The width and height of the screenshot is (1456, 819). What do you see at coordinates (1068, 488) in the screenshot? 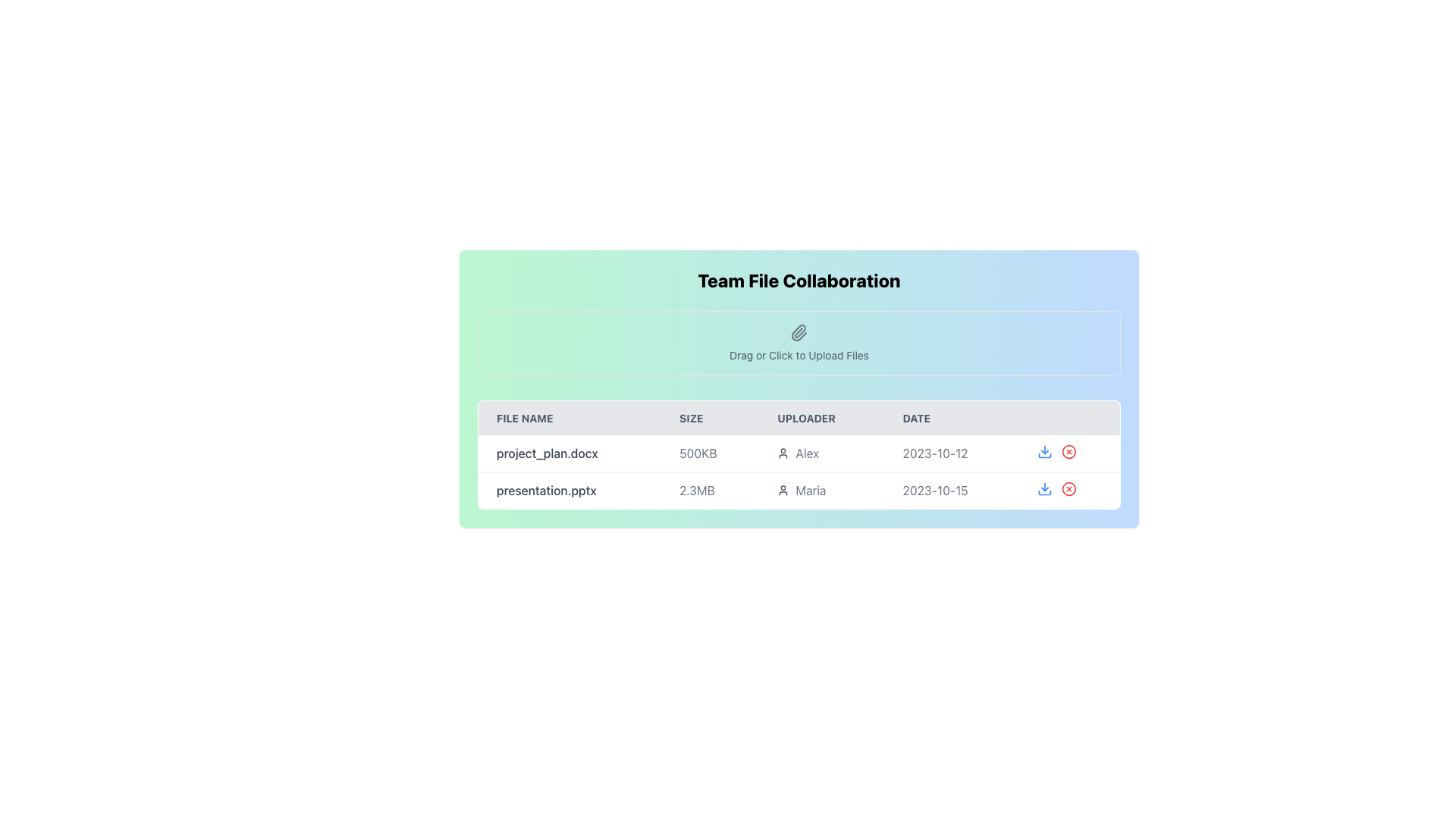
I see `the delete button` at bounding box center [1068, 488].